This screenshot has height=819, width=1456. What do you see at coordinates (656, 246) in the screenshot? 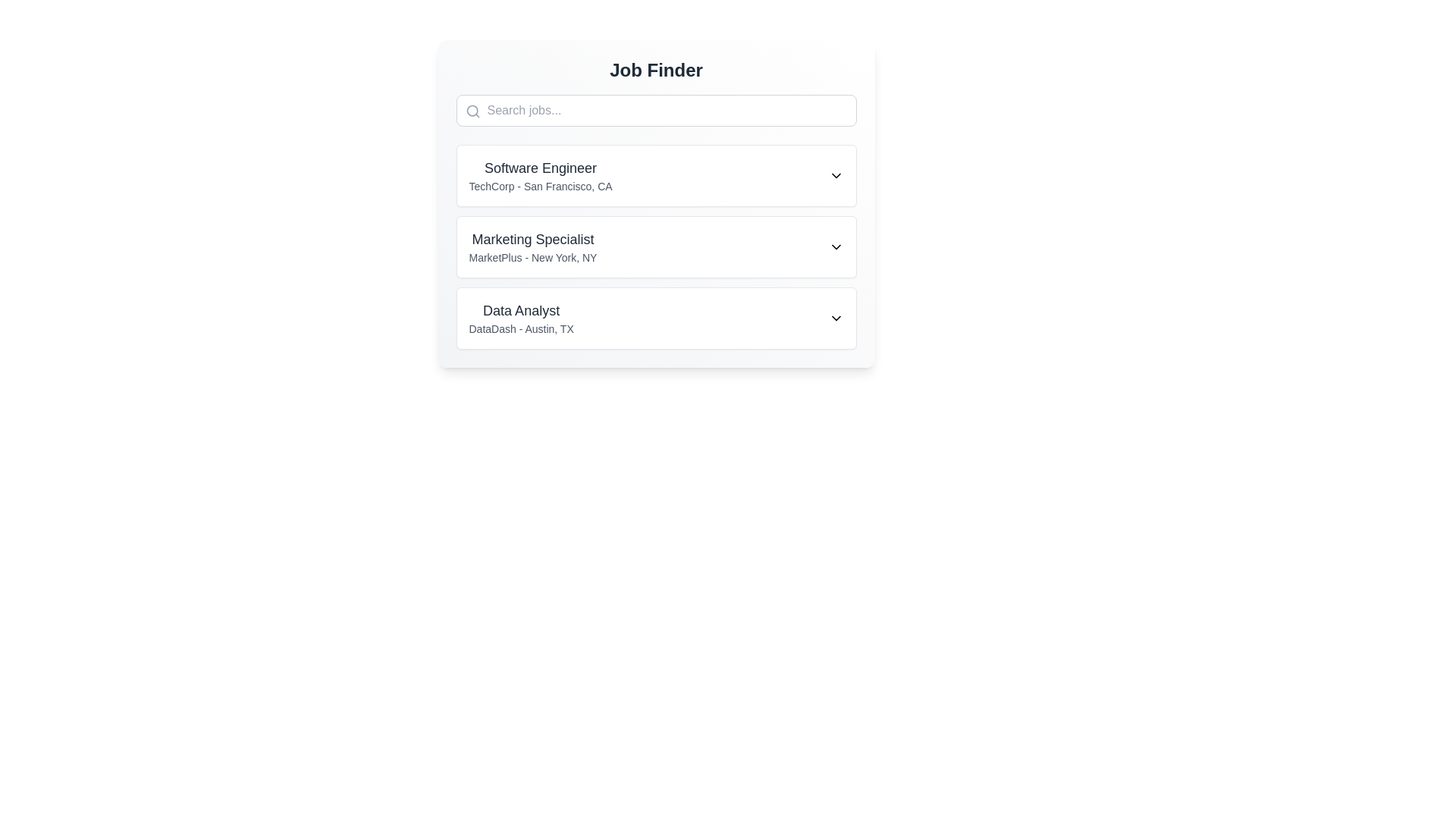
I see `the job listing for 'Marketing Specialist'` at bounding box center [656, 246].